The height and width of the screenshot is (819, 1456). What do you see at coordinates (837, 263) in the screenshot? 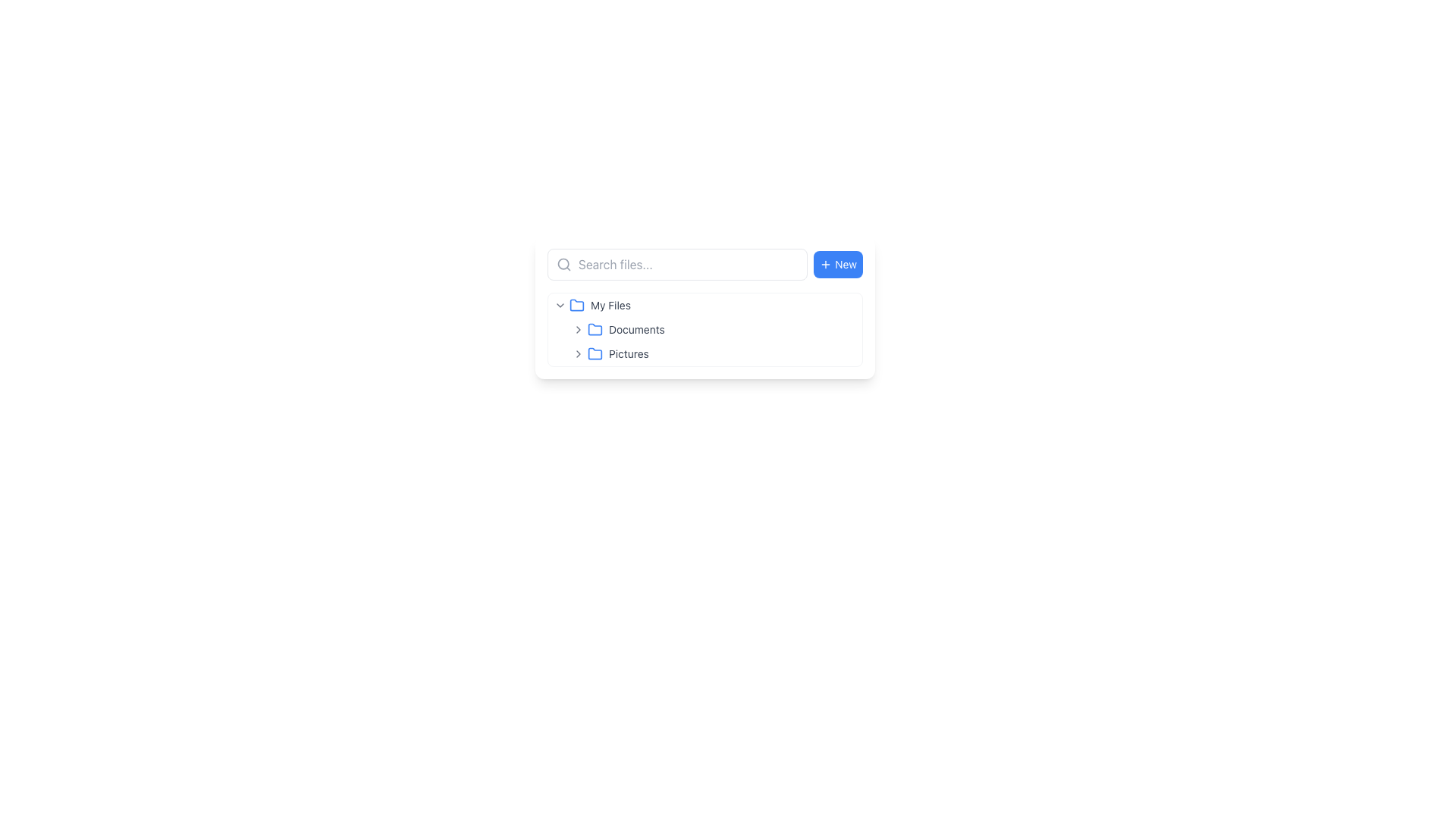
I see `the blue rounded button with a white plus icon and the text 'New' to activate it` at bounding box center [837, 263].